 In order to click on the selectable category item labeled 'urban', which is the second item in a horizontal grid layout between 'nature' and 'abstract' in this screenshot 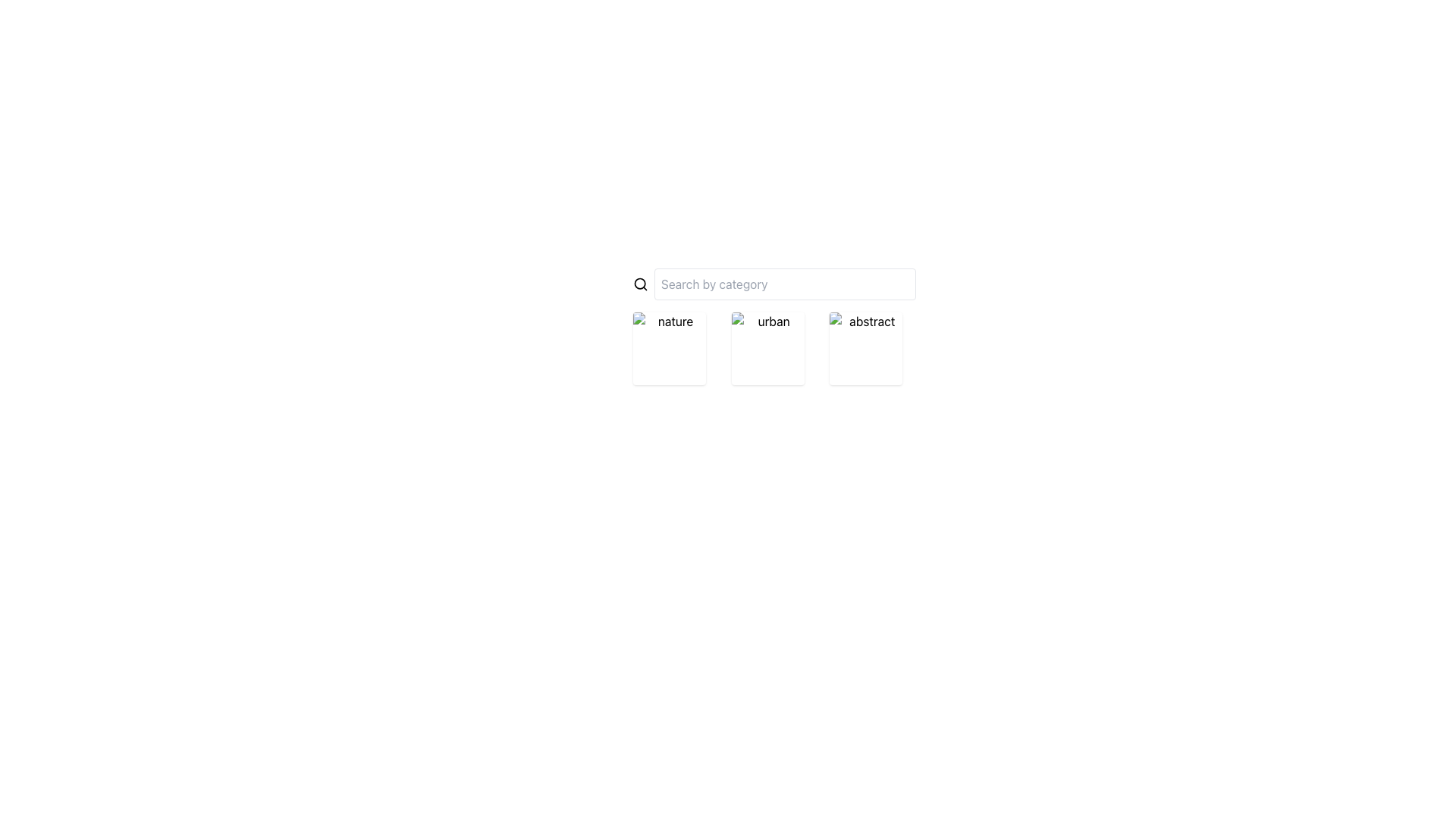, I will do `click(774, 348)`.